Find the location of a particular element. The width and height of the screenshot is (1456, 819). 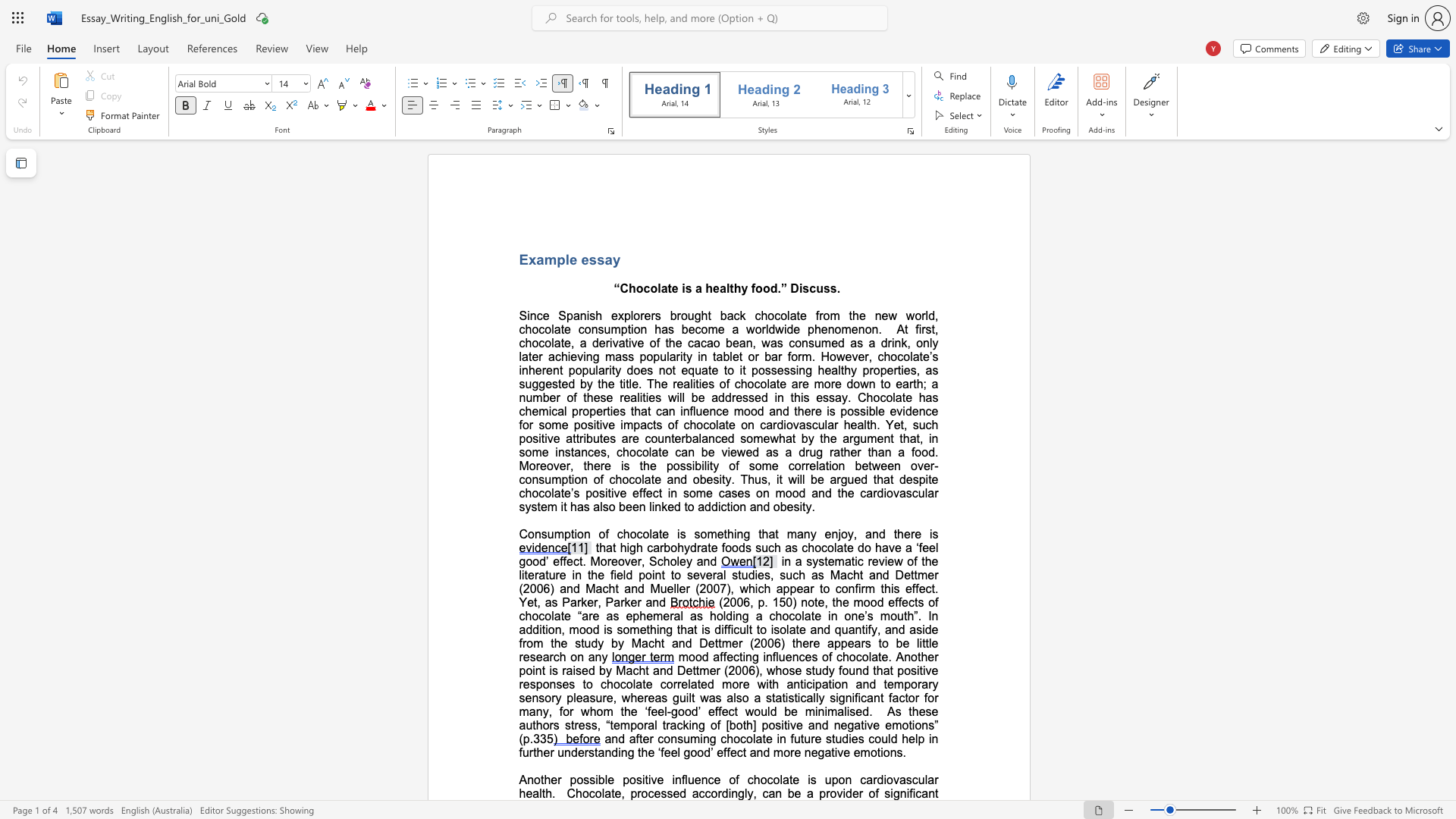

the subset text "ething that many enjo" within the text "Consumption of chocolate is something that many enjoy, and there is" is located at coordinates (716, 533).